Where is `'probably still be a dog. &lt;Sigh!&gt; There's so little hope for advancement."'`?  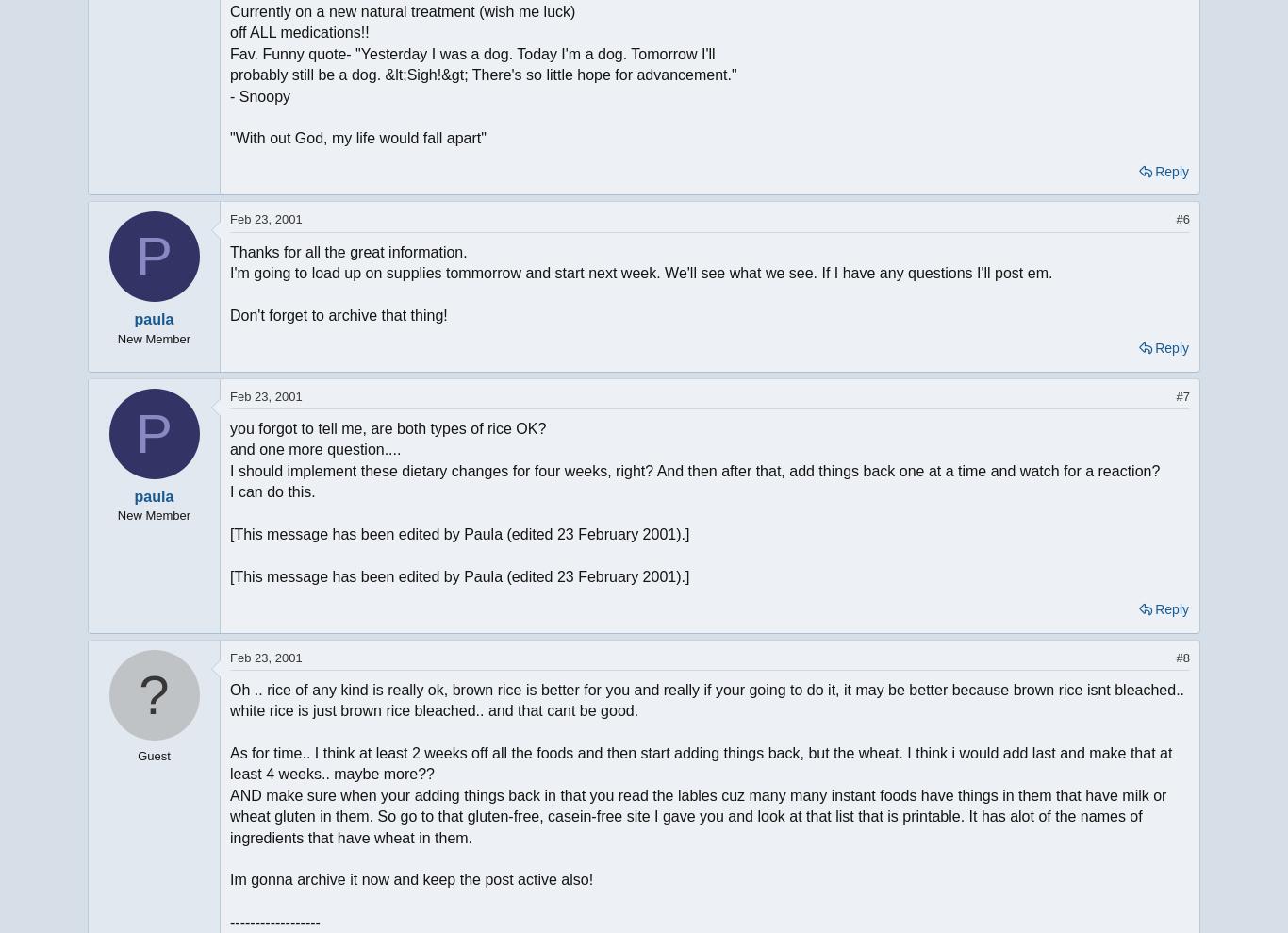 'probably still be a dog. &lt;Sigh!&gt; There's so little hope for advancement."' is located at coordinates (483, 75).